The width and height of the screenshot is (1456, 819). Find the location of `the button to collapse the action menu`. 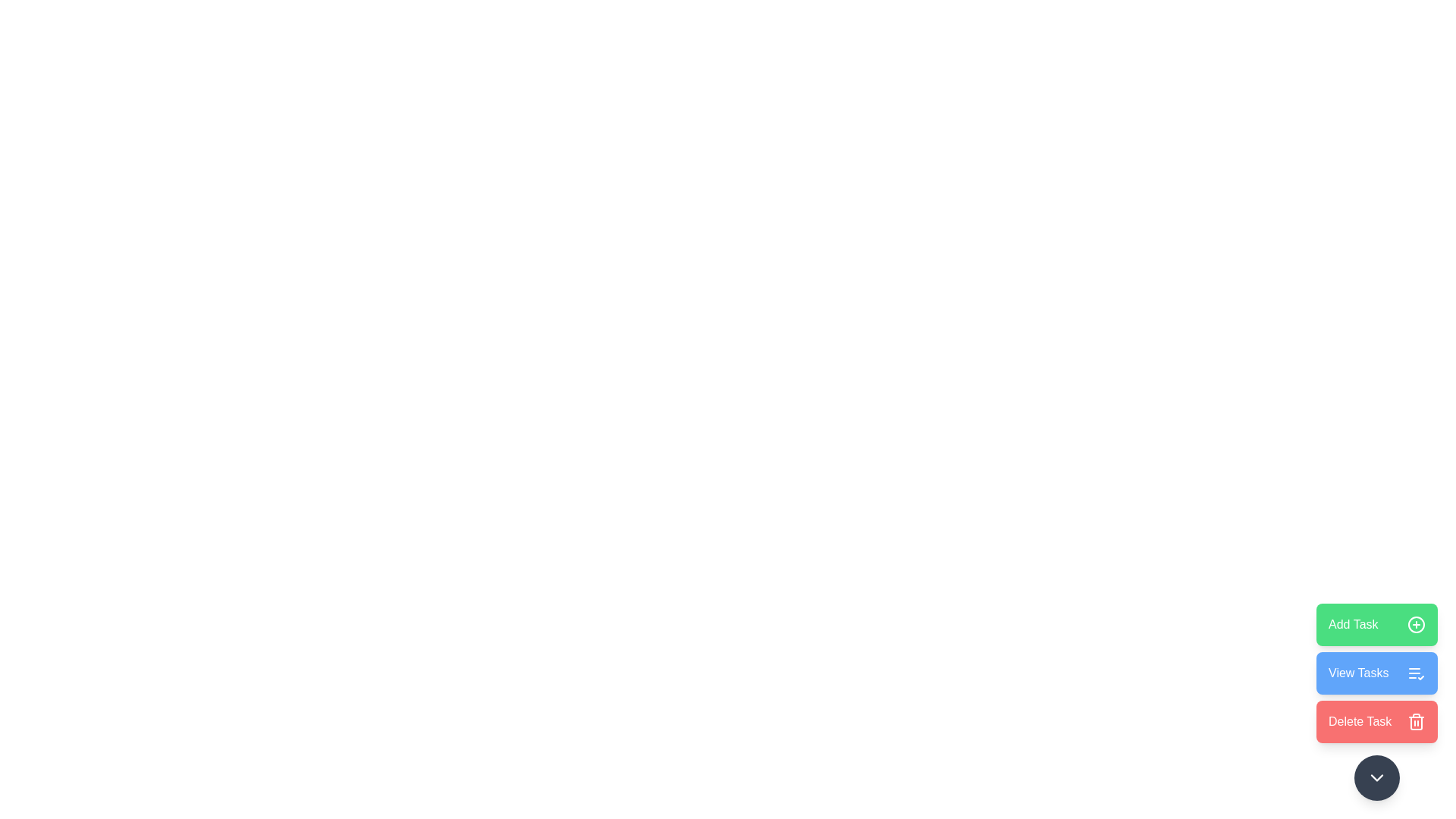

the button to collapse the action menu is located at coordinates (1376, 778).